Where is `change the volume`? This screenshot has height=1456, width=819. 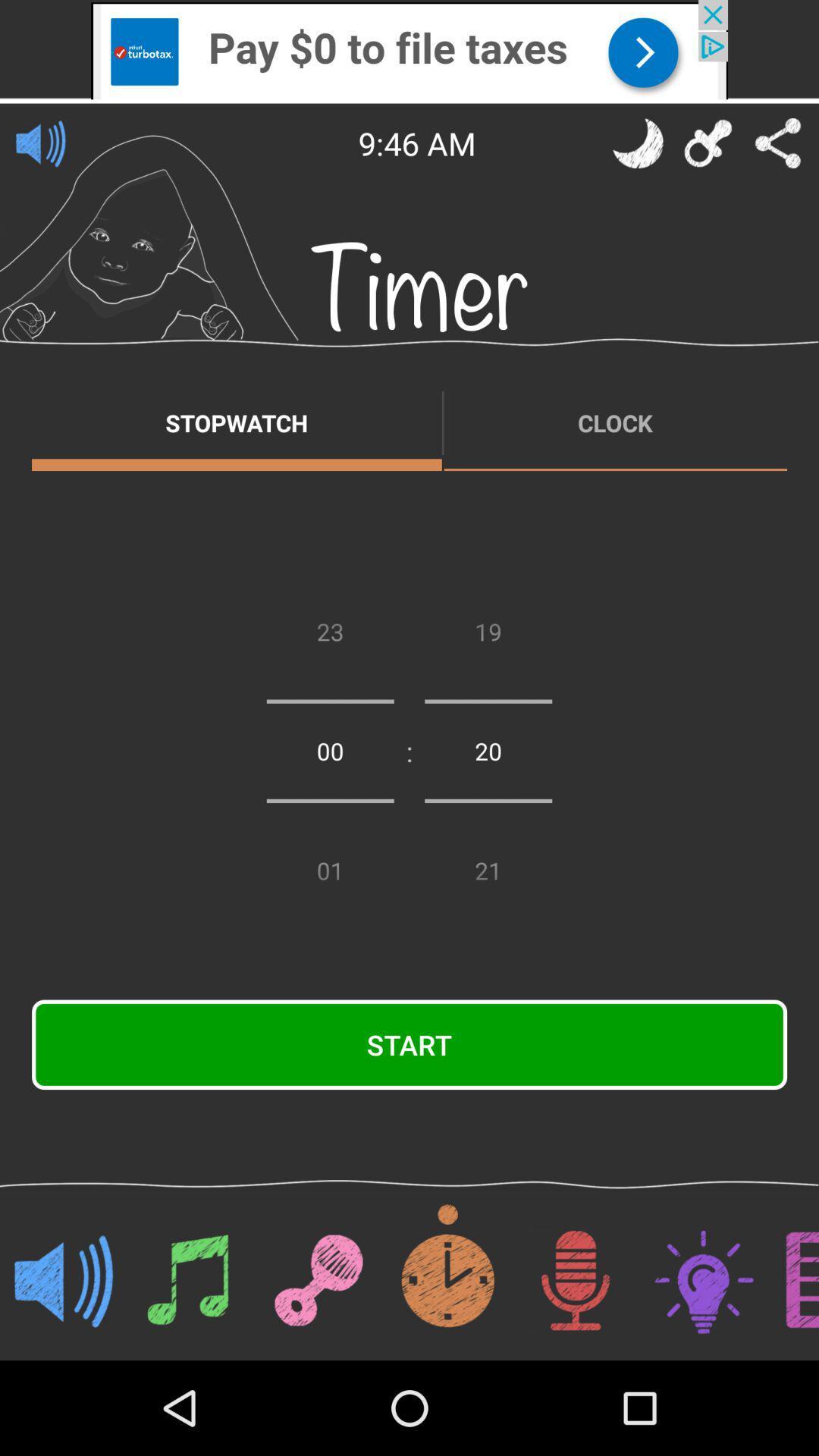 change the volume is located at coordinates (40, 143).